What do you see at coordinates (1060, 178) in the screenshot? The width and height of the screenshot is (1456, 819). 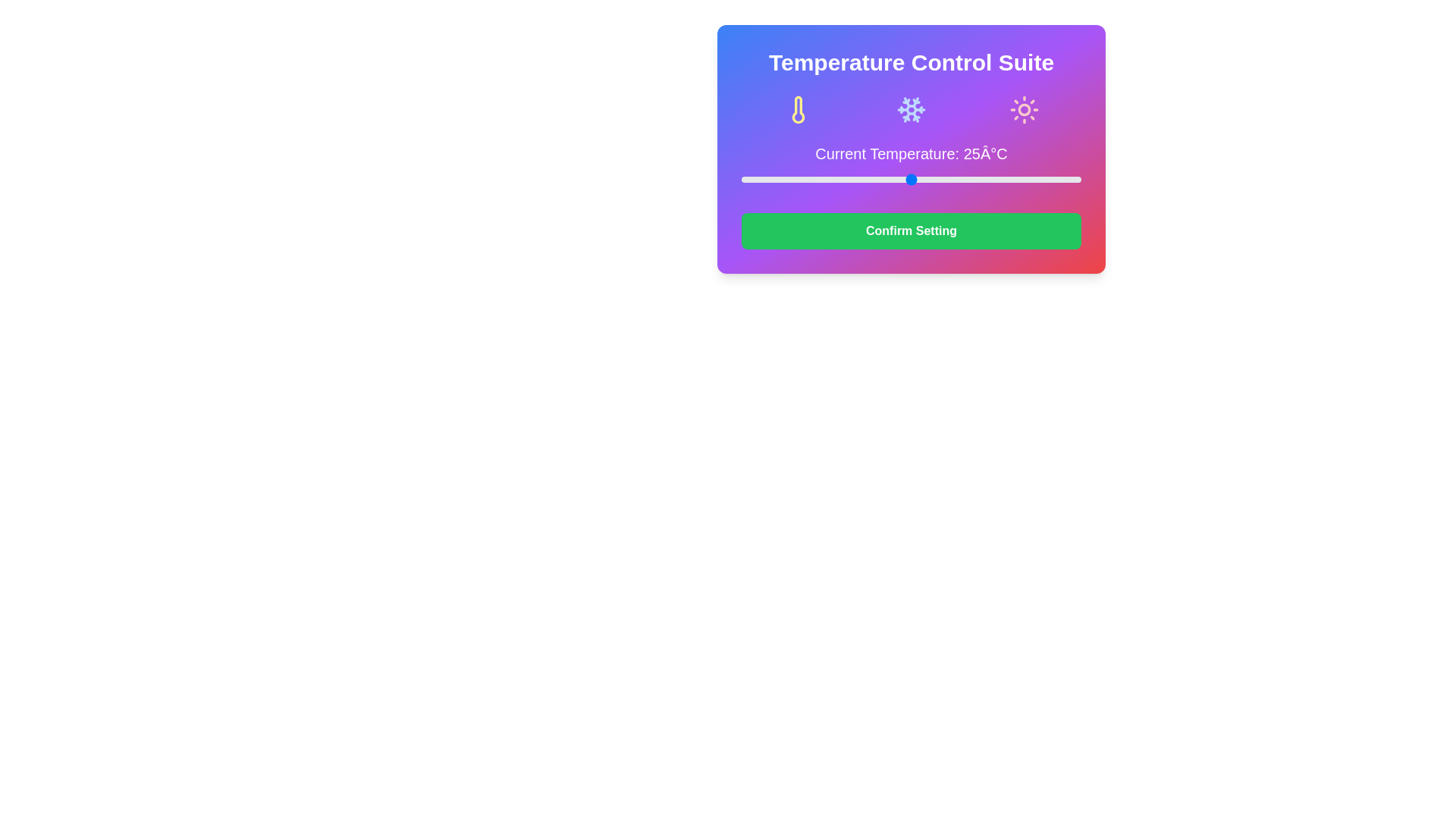 I see `the temperature slider to set the temperature to 47°C` at bounding box center [1060, 178].